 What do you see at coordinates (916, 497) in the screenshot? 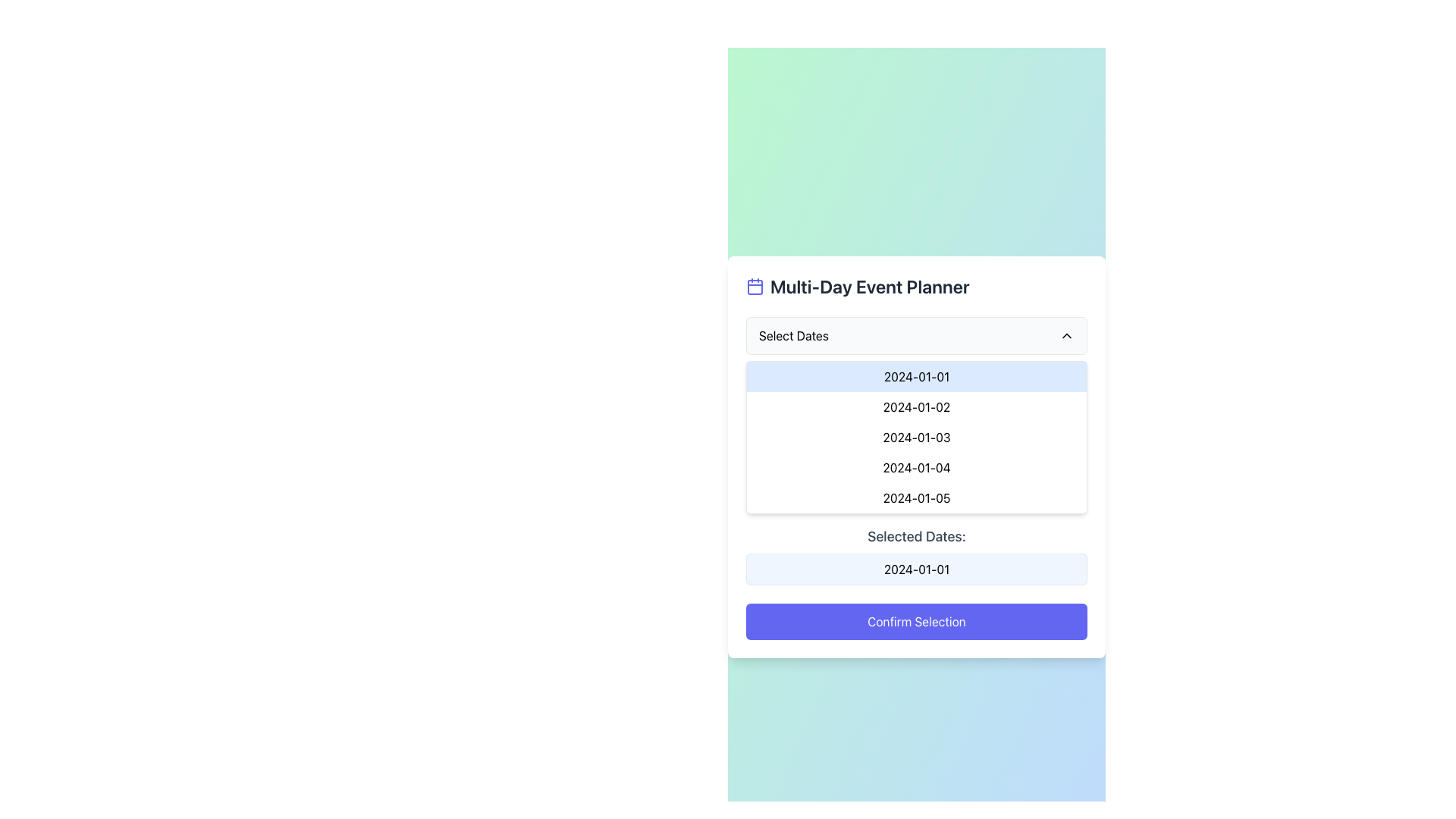
I see `the fifth selectable date option in the dropdown list` at bounding box center [916, 497].